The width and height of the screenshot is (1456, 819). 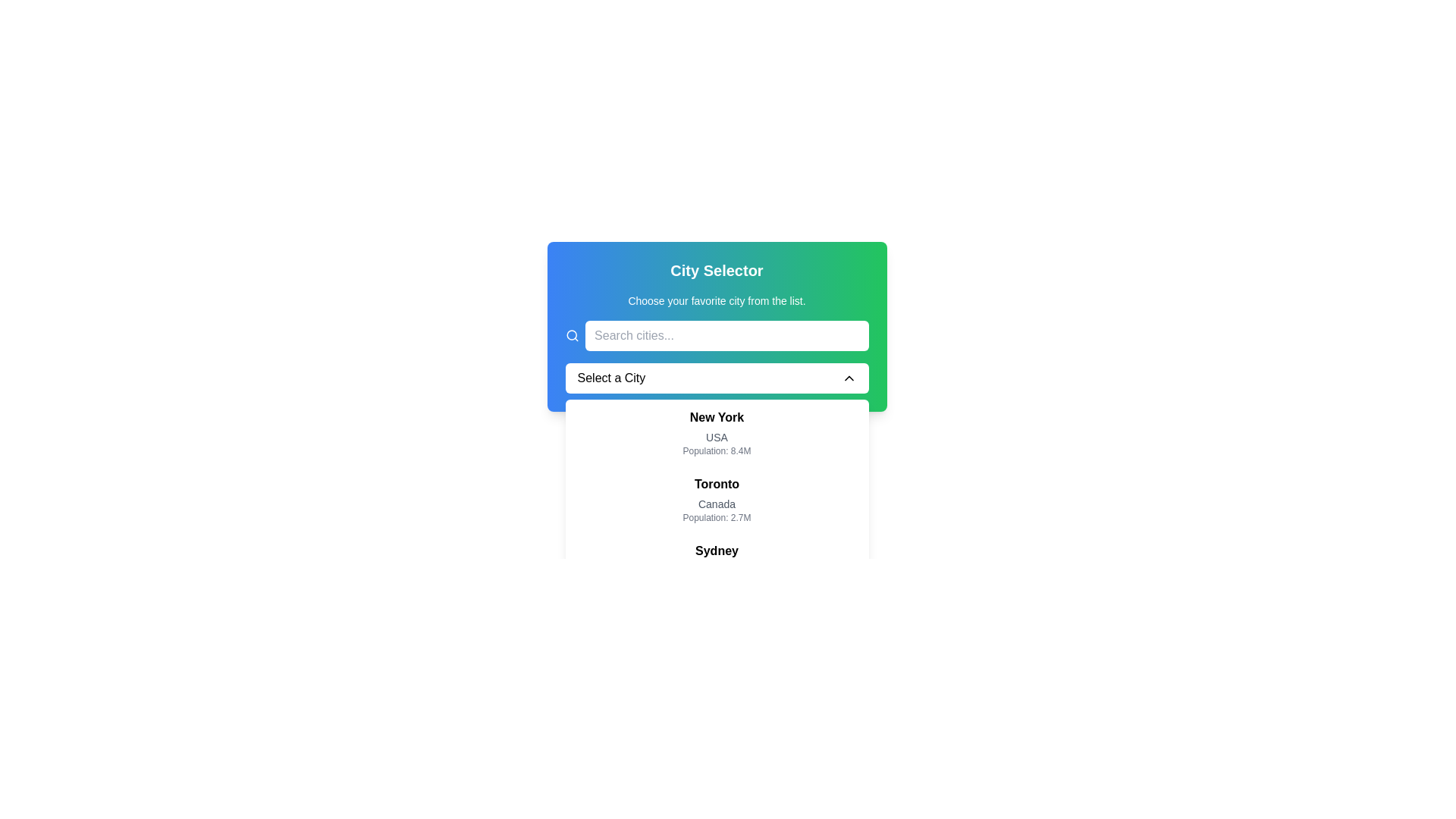 I want to click on the Information card that displays details about a specific city, located at the top of the City Selector list, so click(x=716, y=432).